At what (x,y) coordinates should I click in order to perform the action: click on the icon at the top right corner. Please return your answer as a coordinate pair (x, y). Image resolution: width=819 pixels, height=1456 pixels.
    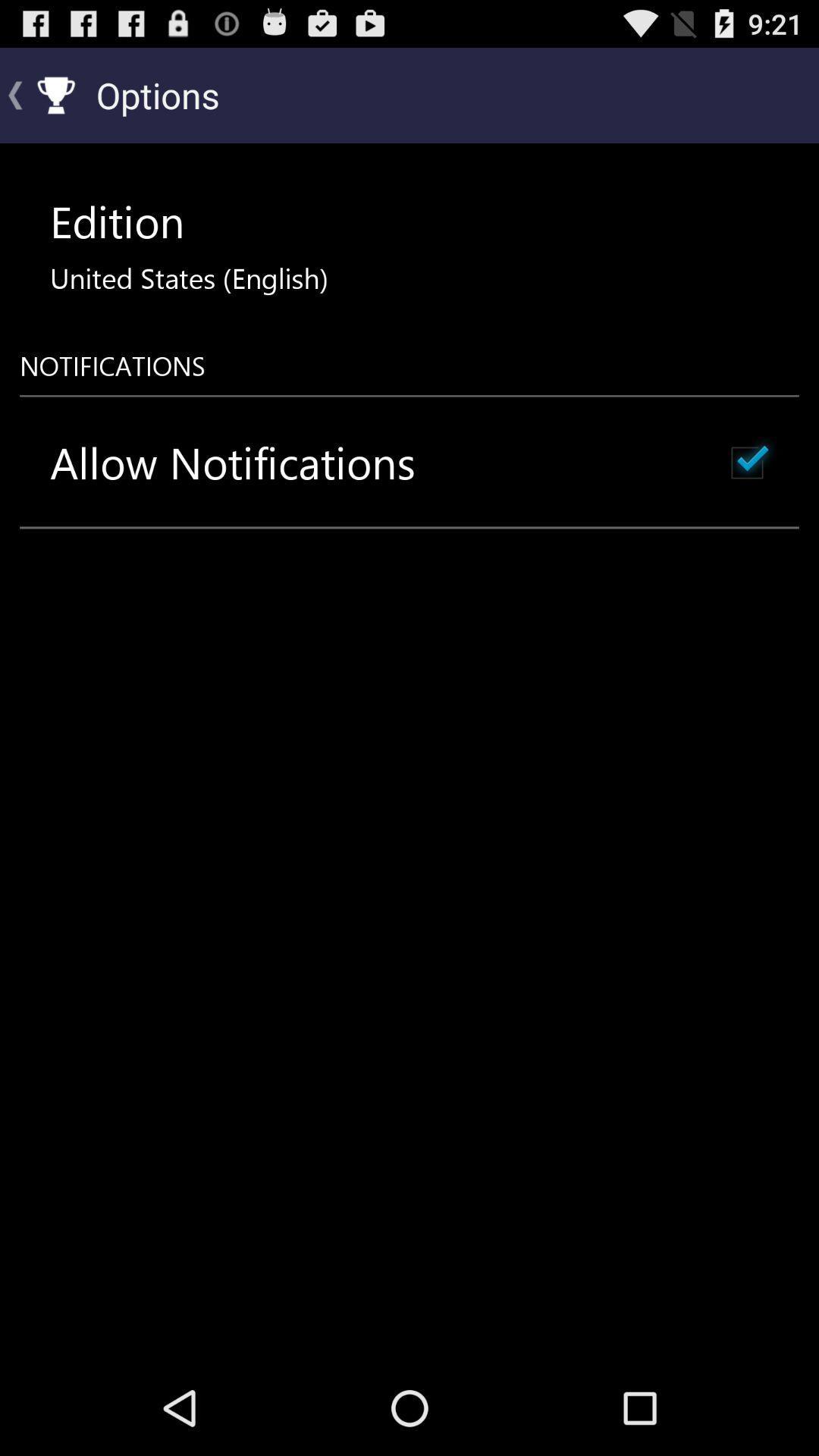
    Looking at the image, I should click on (746, 462).